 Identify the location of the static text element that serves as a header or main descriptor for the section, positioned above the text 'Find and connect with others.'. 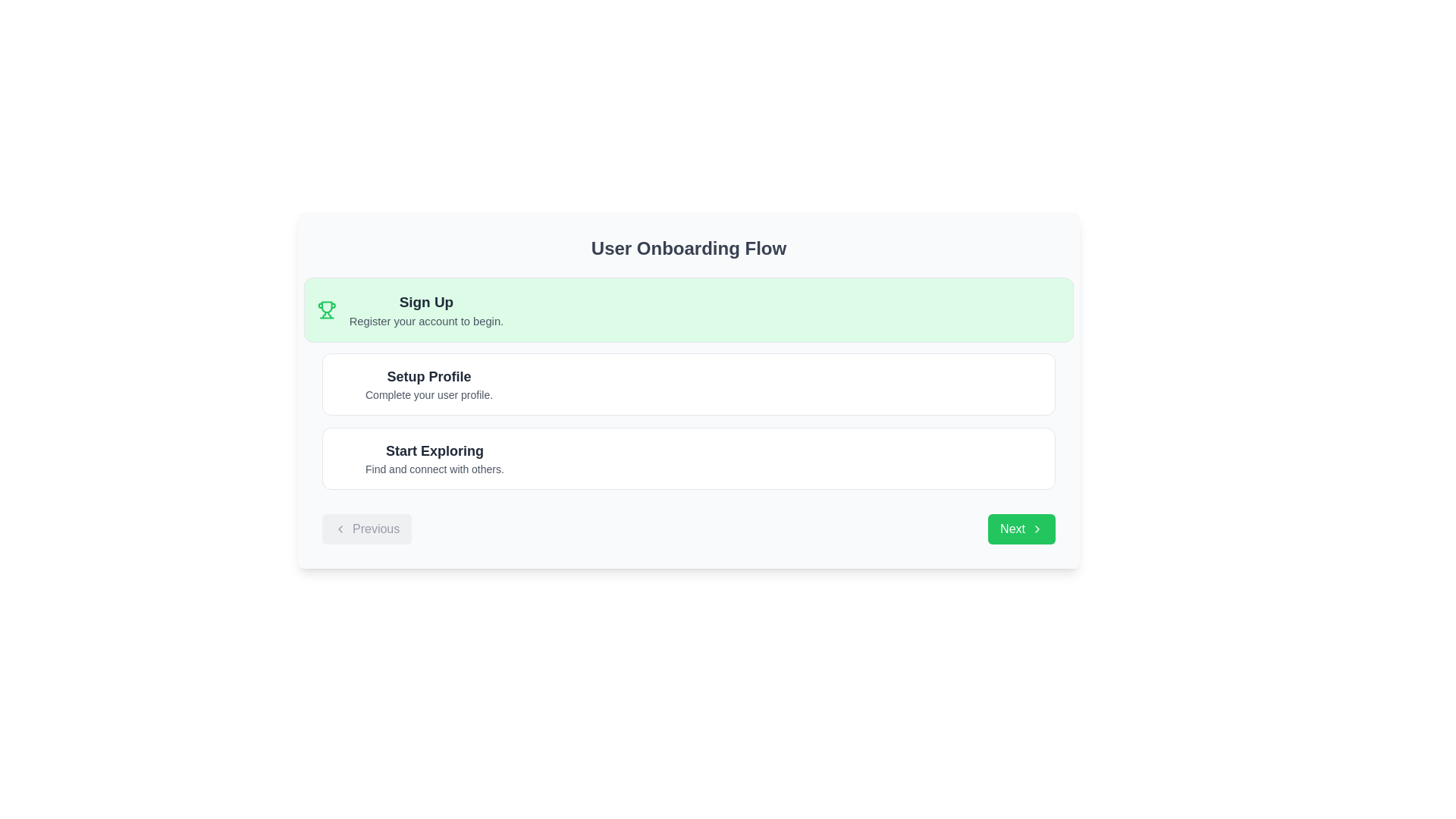
(434, 450).